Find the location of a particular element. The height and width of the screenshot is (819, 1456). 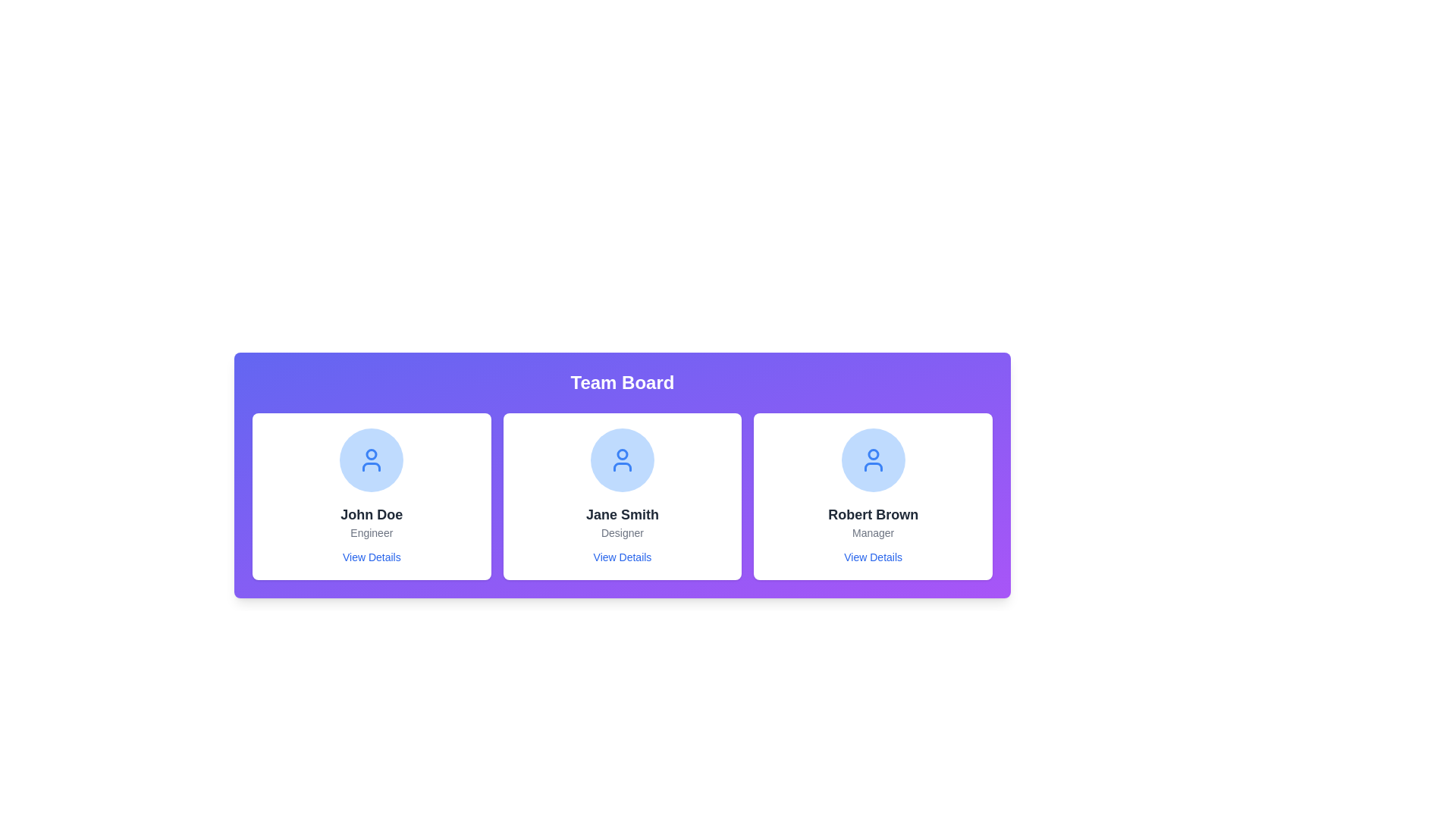

the user profile icon representing 'Jane Smith Designer' for inspection using developer tools is located at coordinates (622, 459).